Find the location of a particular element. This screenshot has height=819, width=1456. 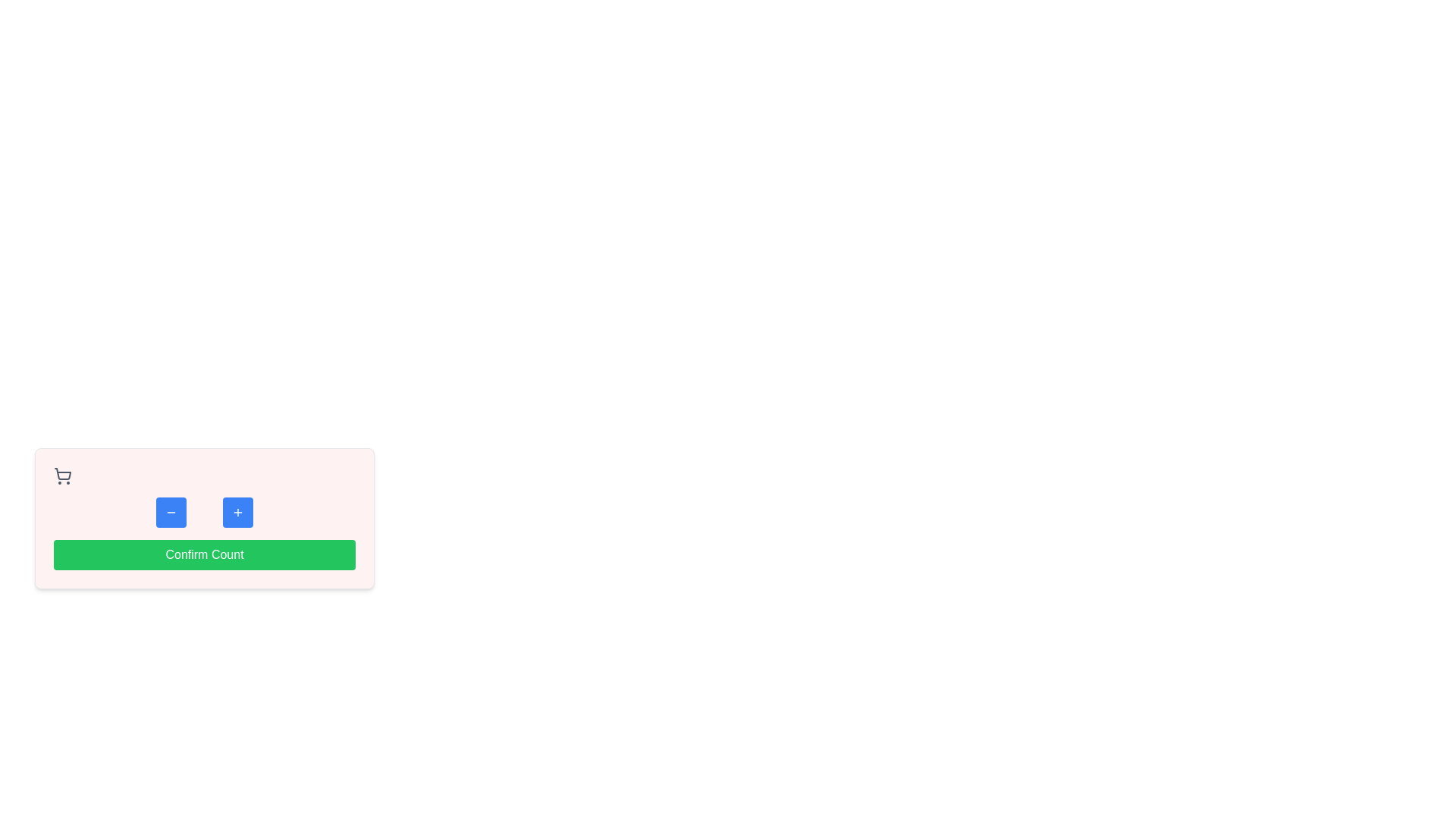

the minus button on the numeric input component to decrement the count is located at coordinates (203, 512).